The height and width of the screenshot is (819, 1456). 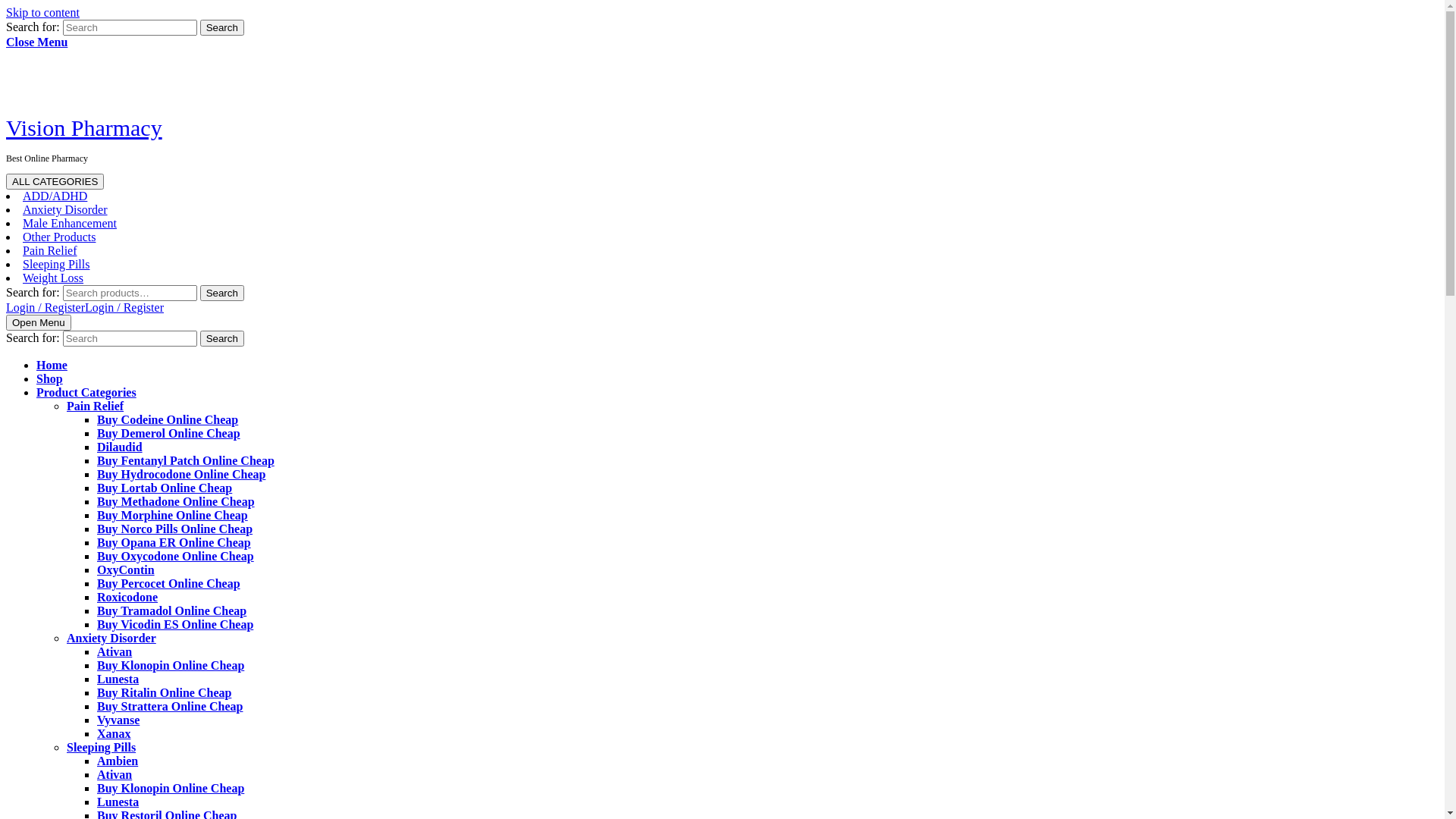 What do you see at coordinates (58, 237) in the screenshot?
I see `'Other Products'` at bounding box center [58, 237].